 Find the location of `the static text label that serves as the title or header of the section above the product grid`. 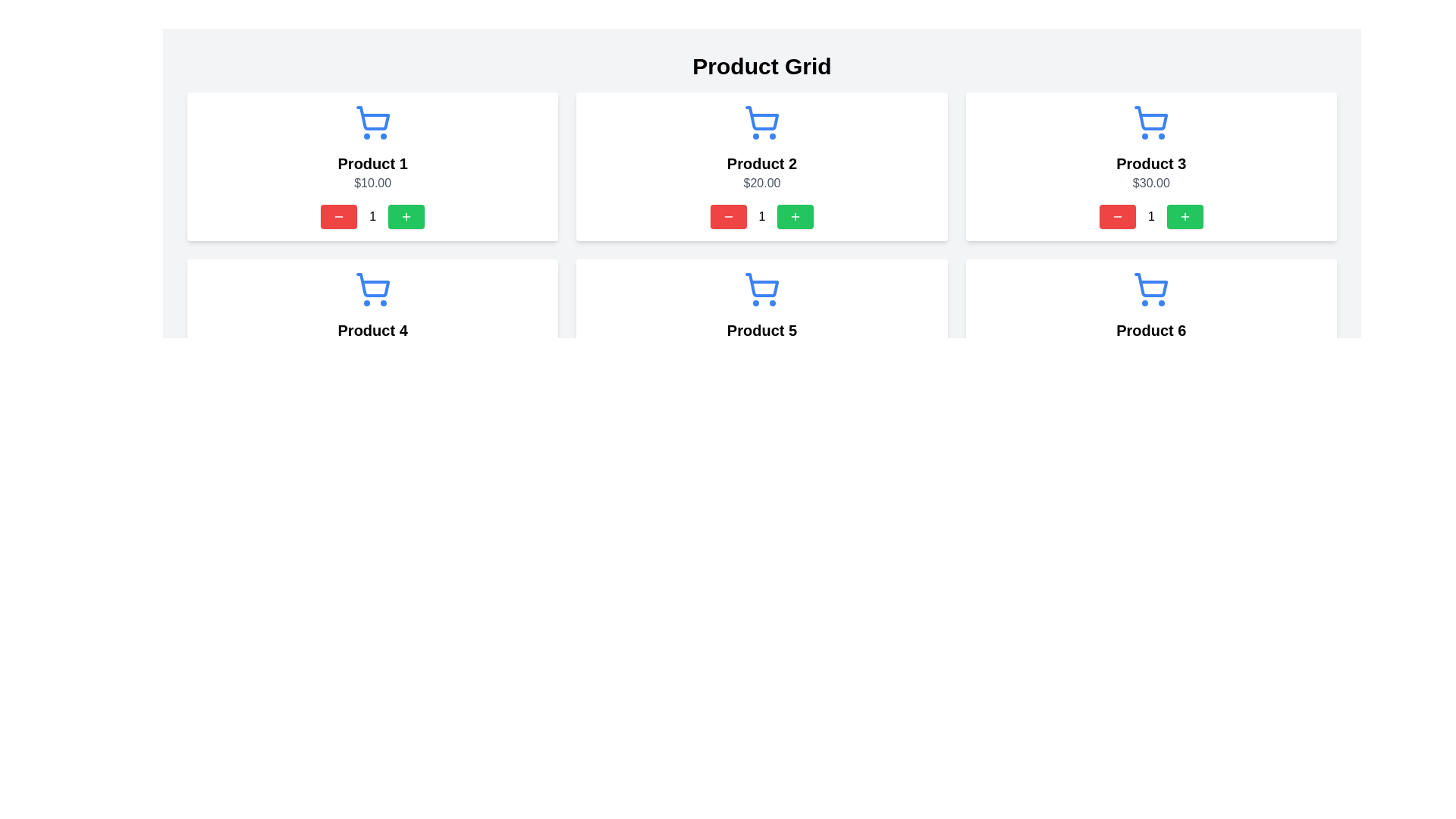

the static text label that serves as the title or header of the section above the product grid is located at coordinates (761, 66).